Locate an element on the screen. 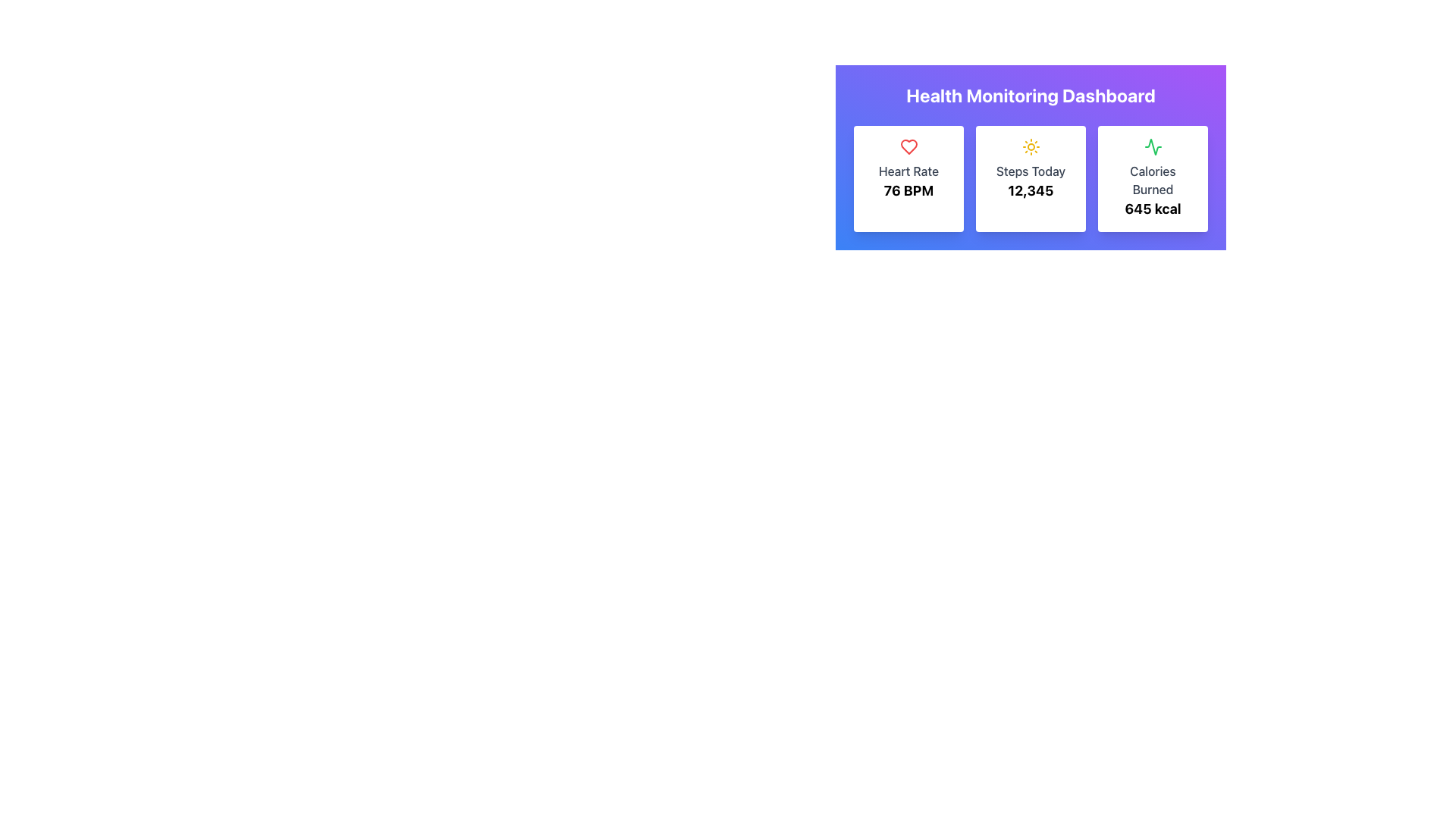 The image size is (1456, 819). the Heart Rate icon, which is the first icon in the leftmost card of three horizontally aligned cards, centrally located at the top of its card is located at coordinates (908, 146).